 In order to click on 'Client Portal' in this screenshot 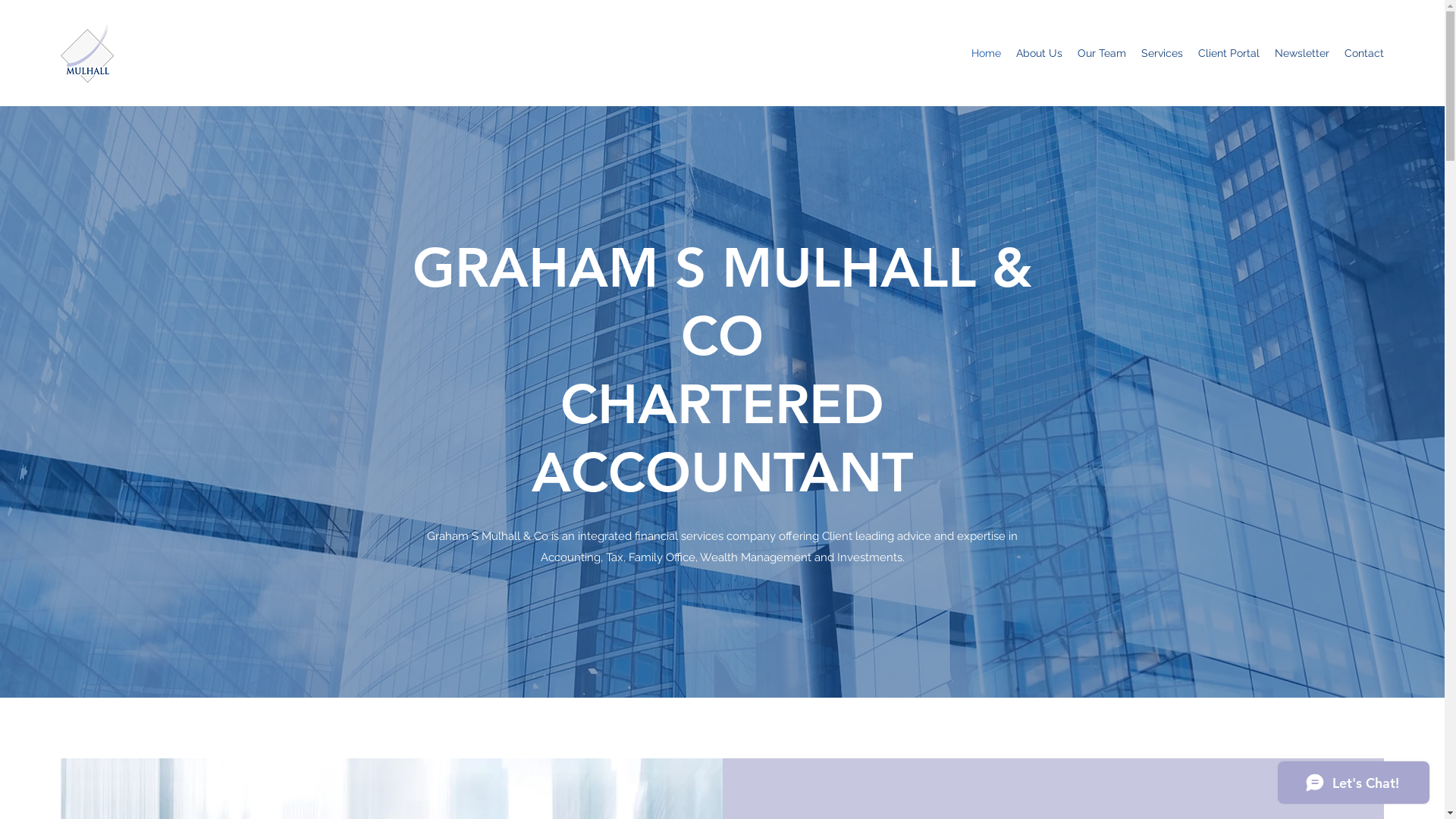, I will do `click(1228, 52)`.